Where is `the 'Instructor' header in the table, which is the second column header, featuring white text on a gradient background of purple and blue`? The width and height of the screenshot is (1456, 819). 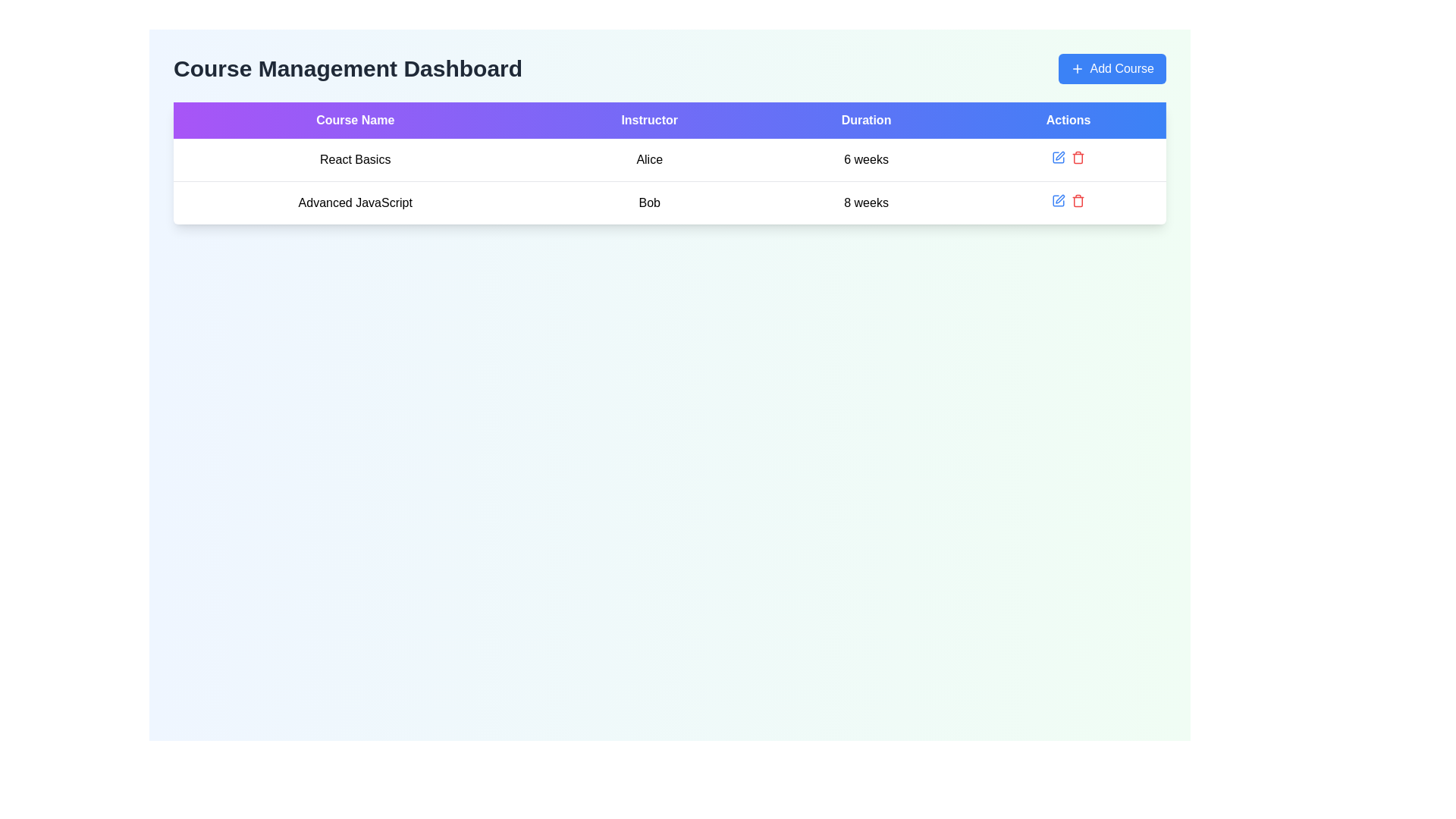
the 'Instructor' header in the table, which is the second column header, featuring white text on a gradient background of purple and blue is located at coordinates (649, 119).